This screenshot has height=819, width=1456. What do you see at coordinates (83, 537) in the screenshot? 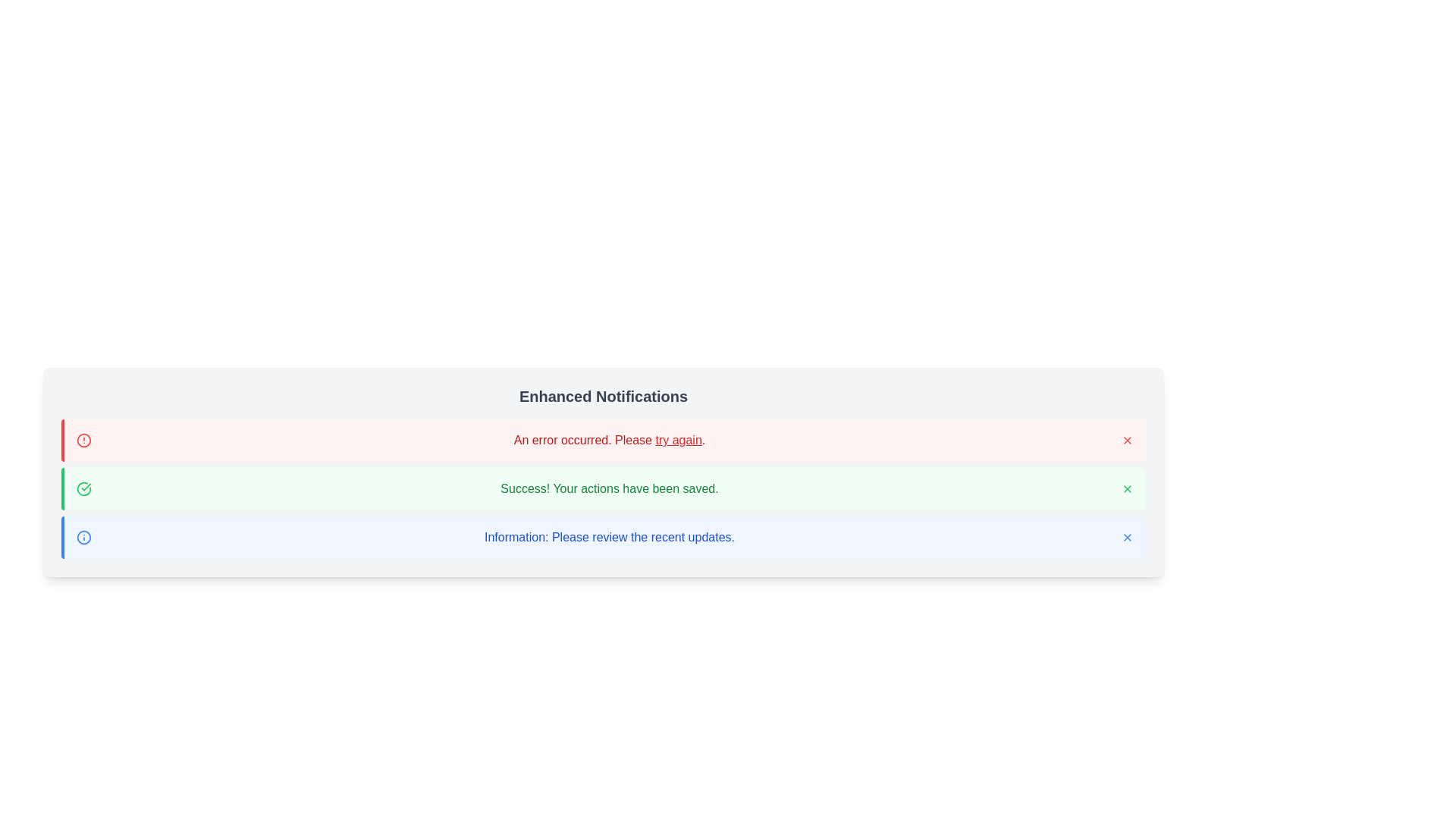
I see `the informational icon located at the far left of the third notification card that displays the text 'Information: Please review the recent updates.'` at bounding box center [83, 537].